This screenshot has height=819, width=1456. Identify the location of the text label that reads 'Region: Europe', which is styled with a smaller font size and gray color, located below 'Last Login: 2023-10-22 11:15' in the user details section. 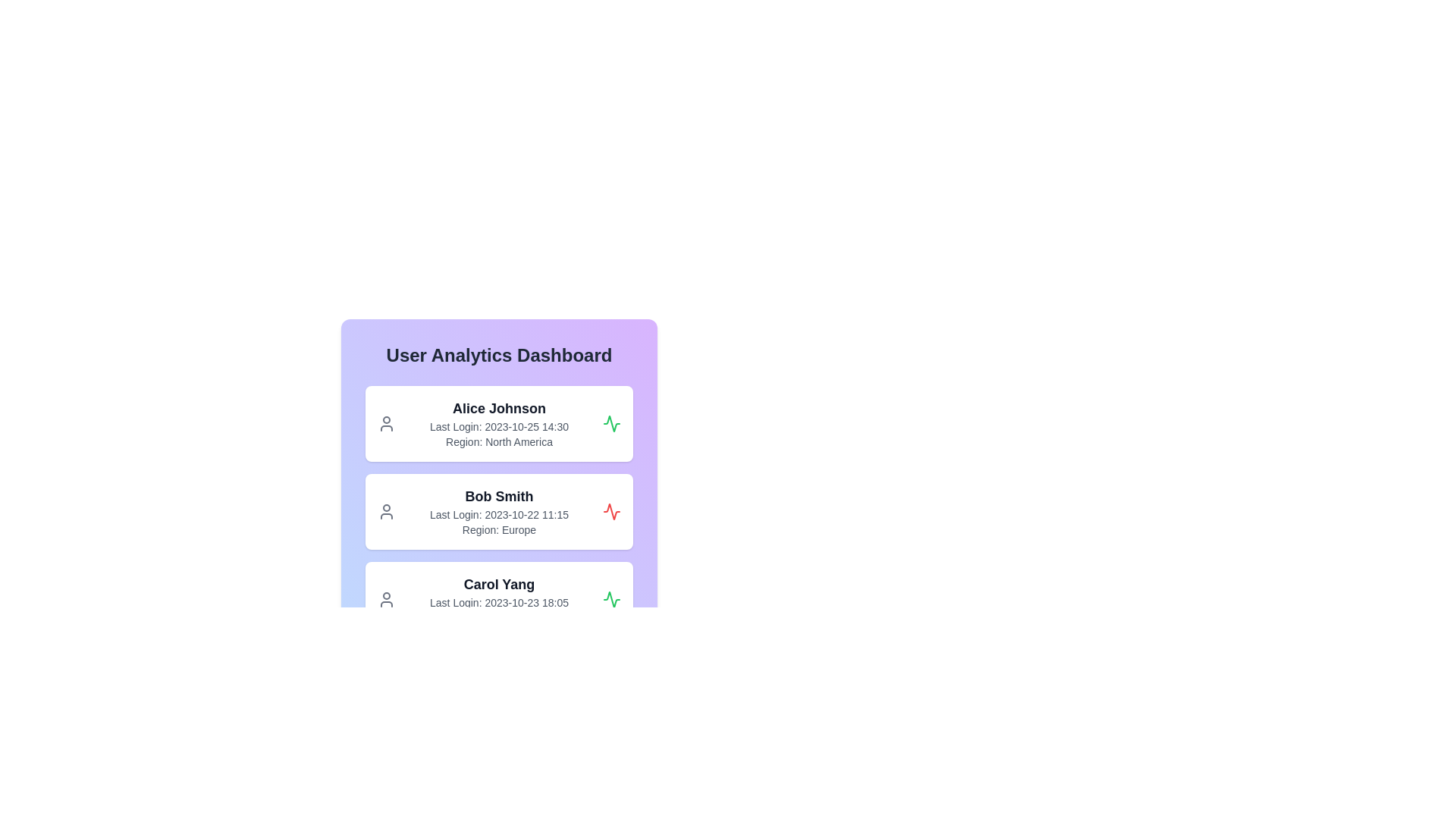
(499, 529).